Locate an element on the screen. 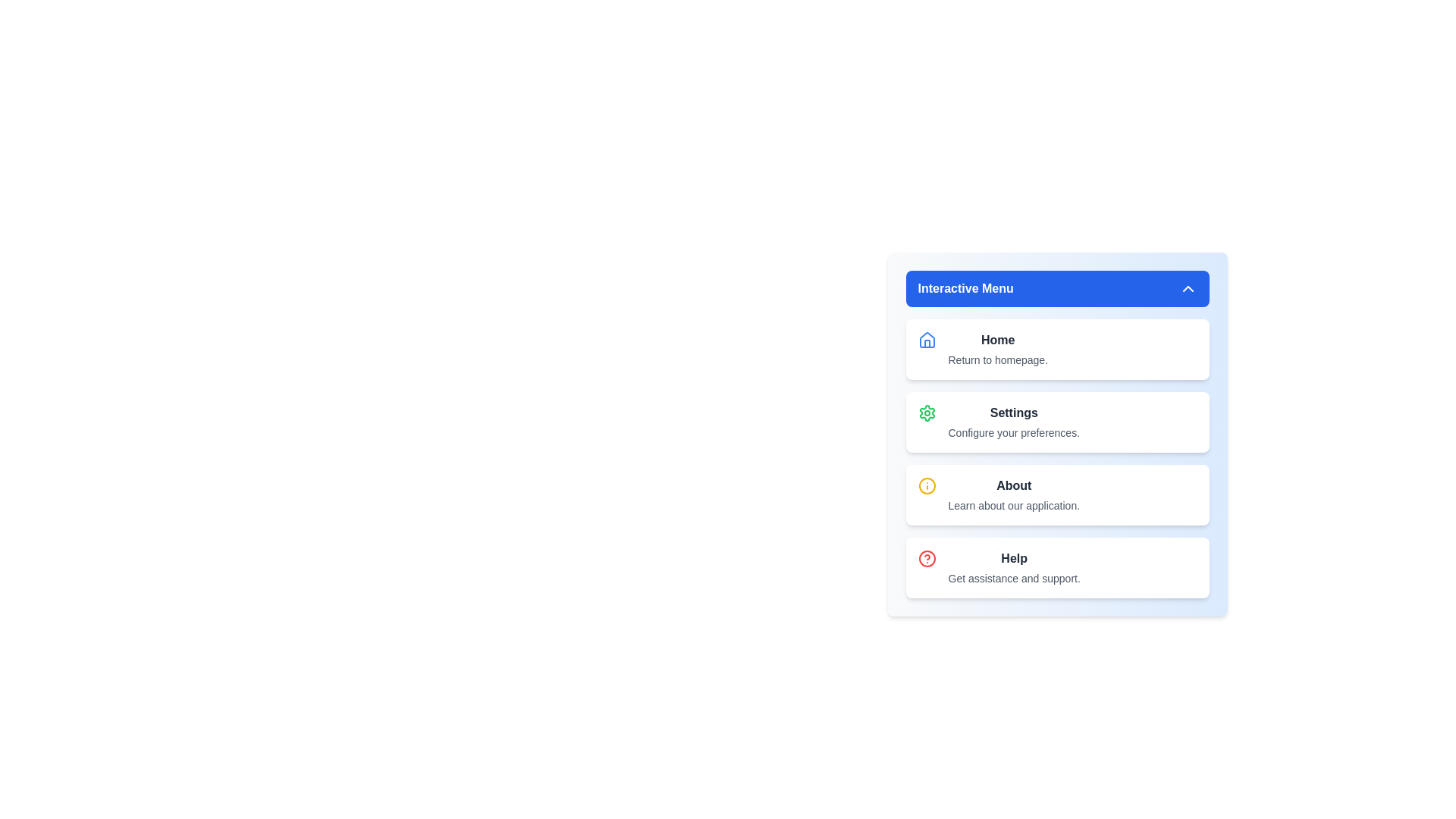 This screenshot has height=819, width=1456. the settings icon/button located to the right of the 'Home' label and above the 'About' label in the interactive menu is located at coordinates (926, 413).